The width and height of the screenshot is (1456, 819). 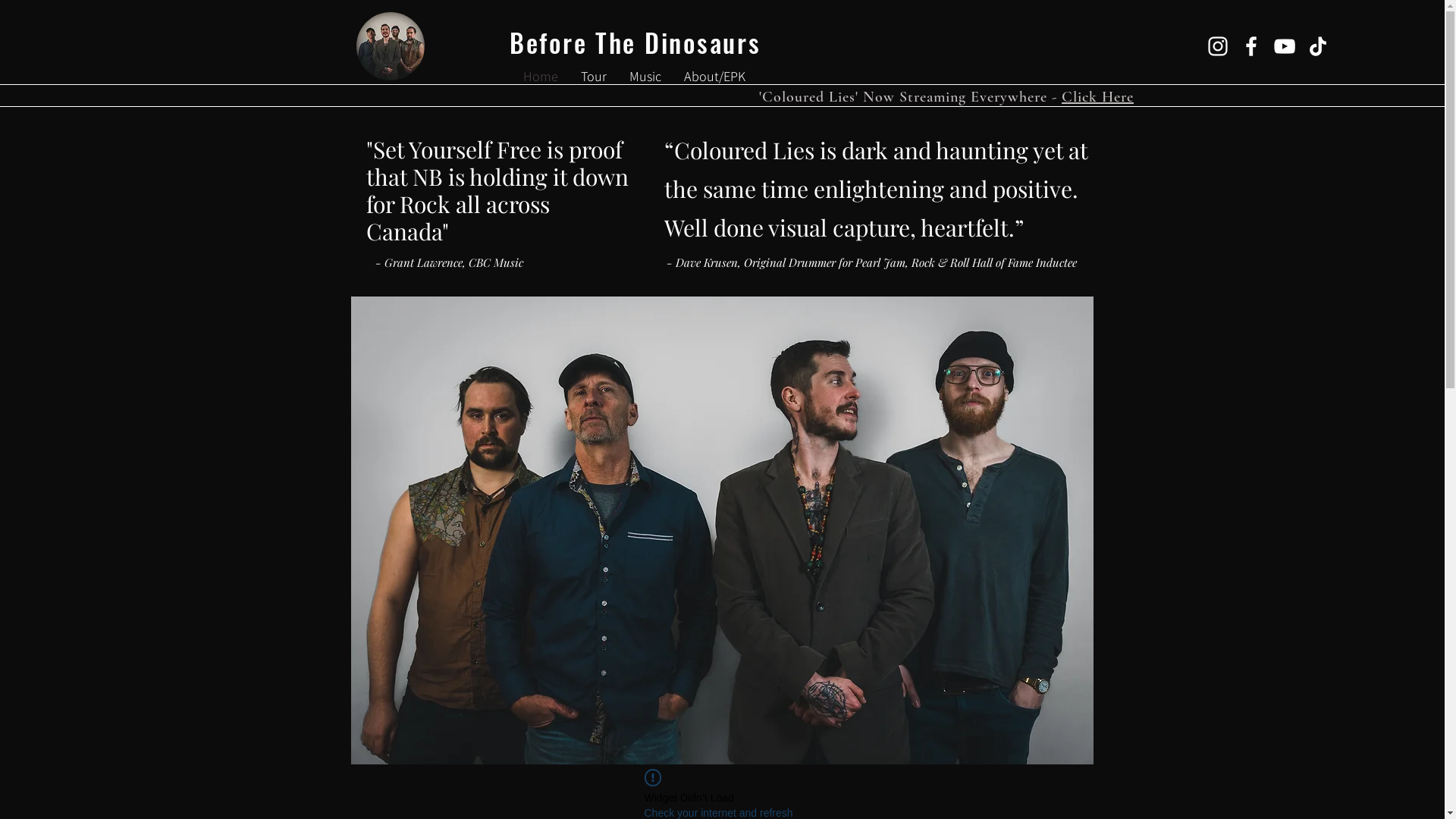 What do you see at coordinates (541, 76) in the screenshot?
I see `'Home'` at bounding box center [541, 76].